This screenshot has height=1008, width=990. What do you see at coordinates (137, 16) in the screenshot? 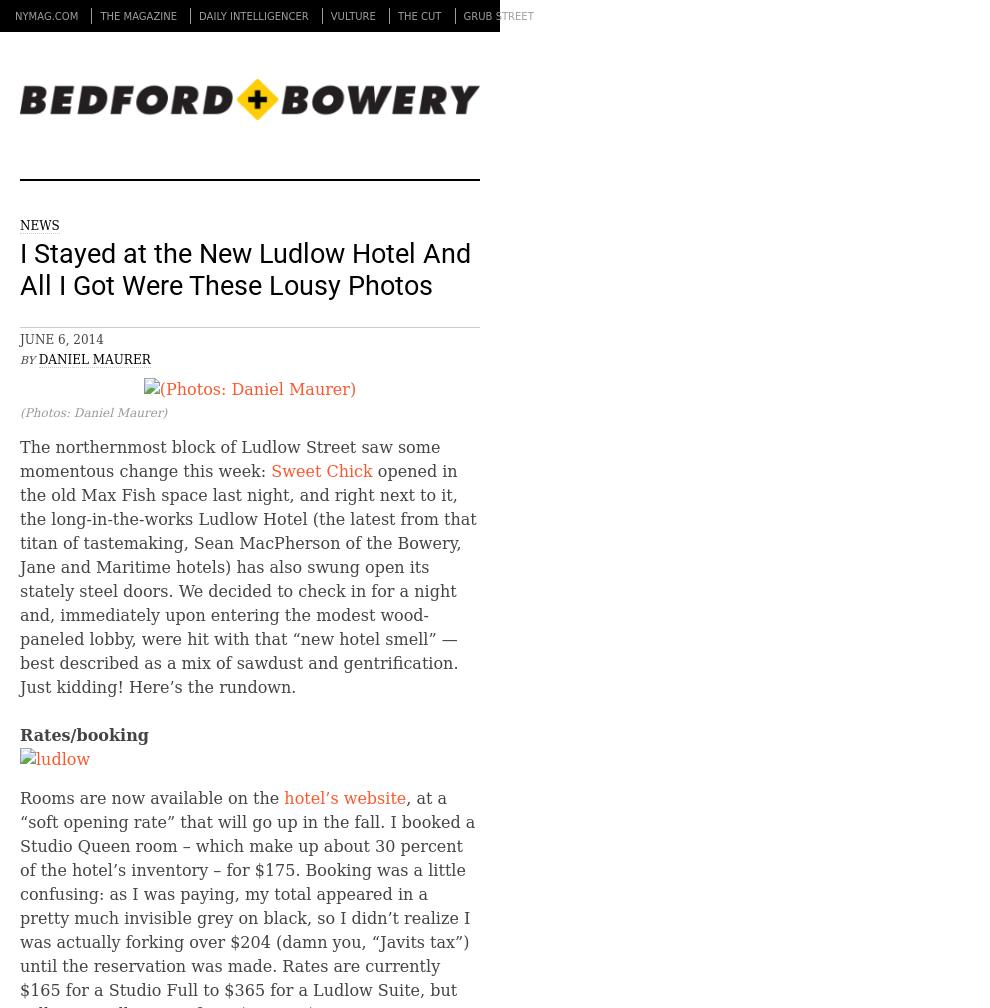
I see `'The Magazine'` at bounding box center [137, 16].